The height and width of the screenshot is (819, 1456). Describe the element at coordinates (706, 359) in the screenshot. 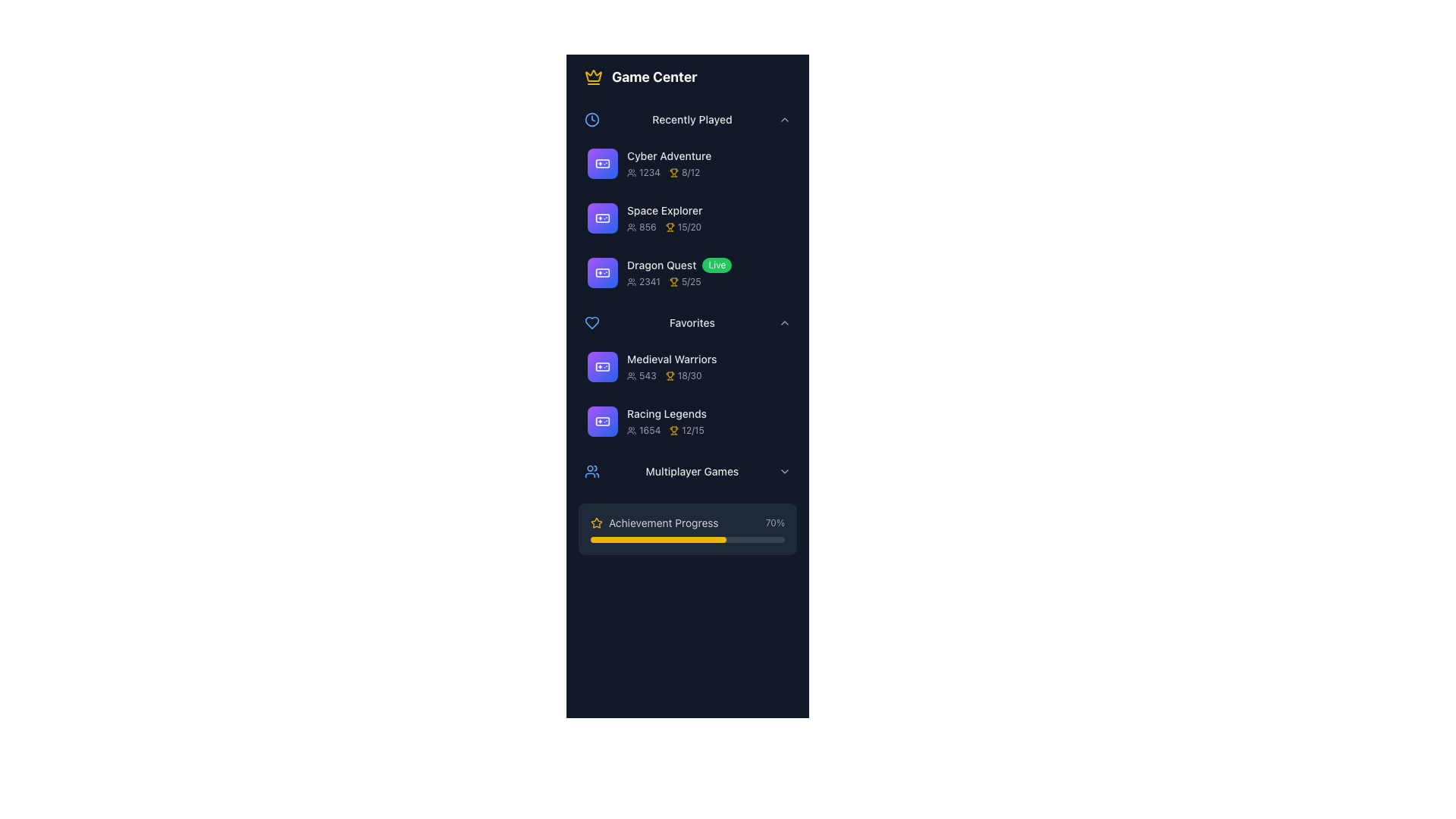

I see `text label displaying 'Medieval Warriors' located in the 'Favorites' section of the 'Game Center' interface` at that location.